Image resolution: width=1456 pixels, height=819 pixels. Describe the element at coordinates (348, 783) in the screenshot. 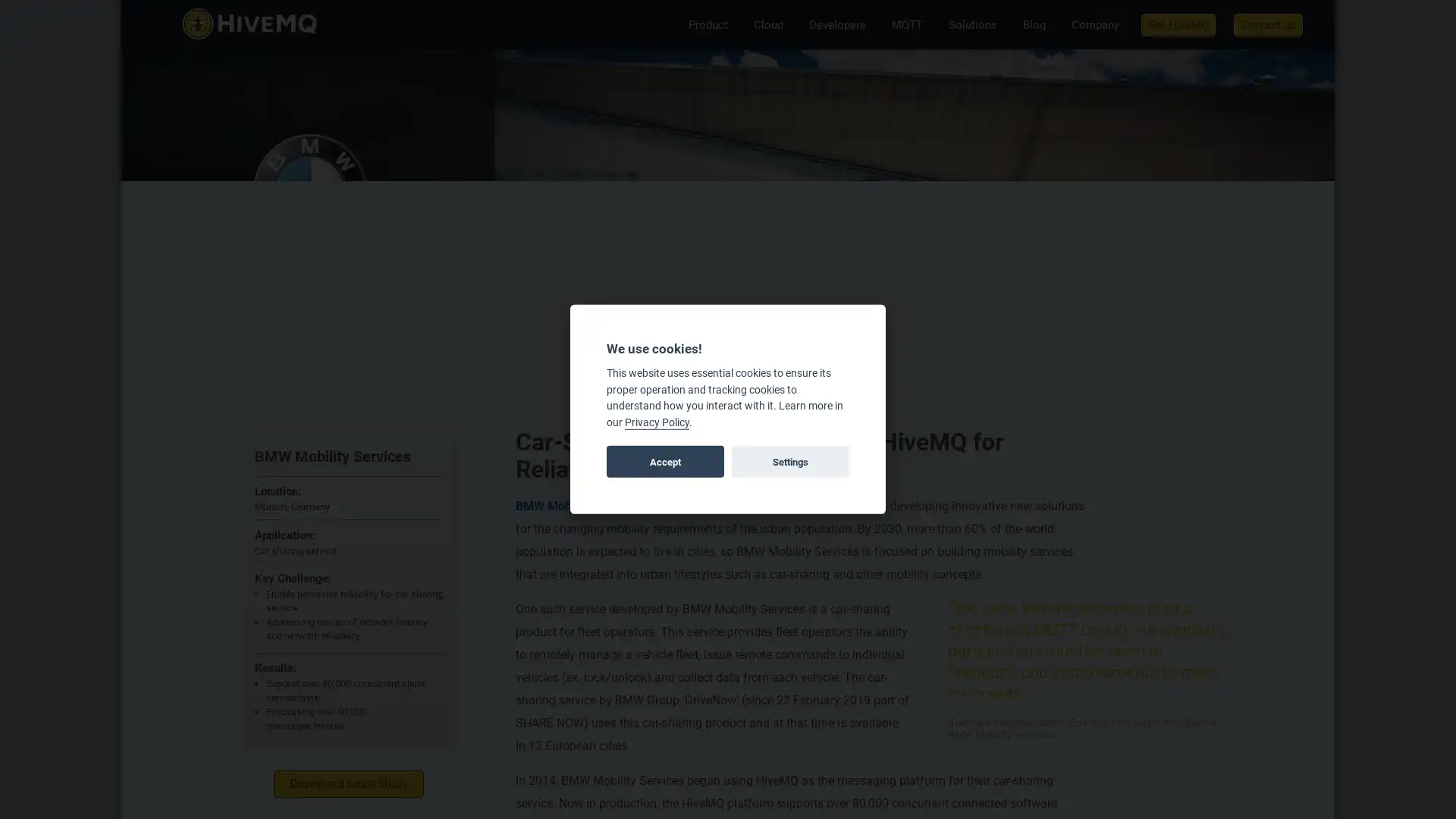

I see `Download Case Study` at that location.